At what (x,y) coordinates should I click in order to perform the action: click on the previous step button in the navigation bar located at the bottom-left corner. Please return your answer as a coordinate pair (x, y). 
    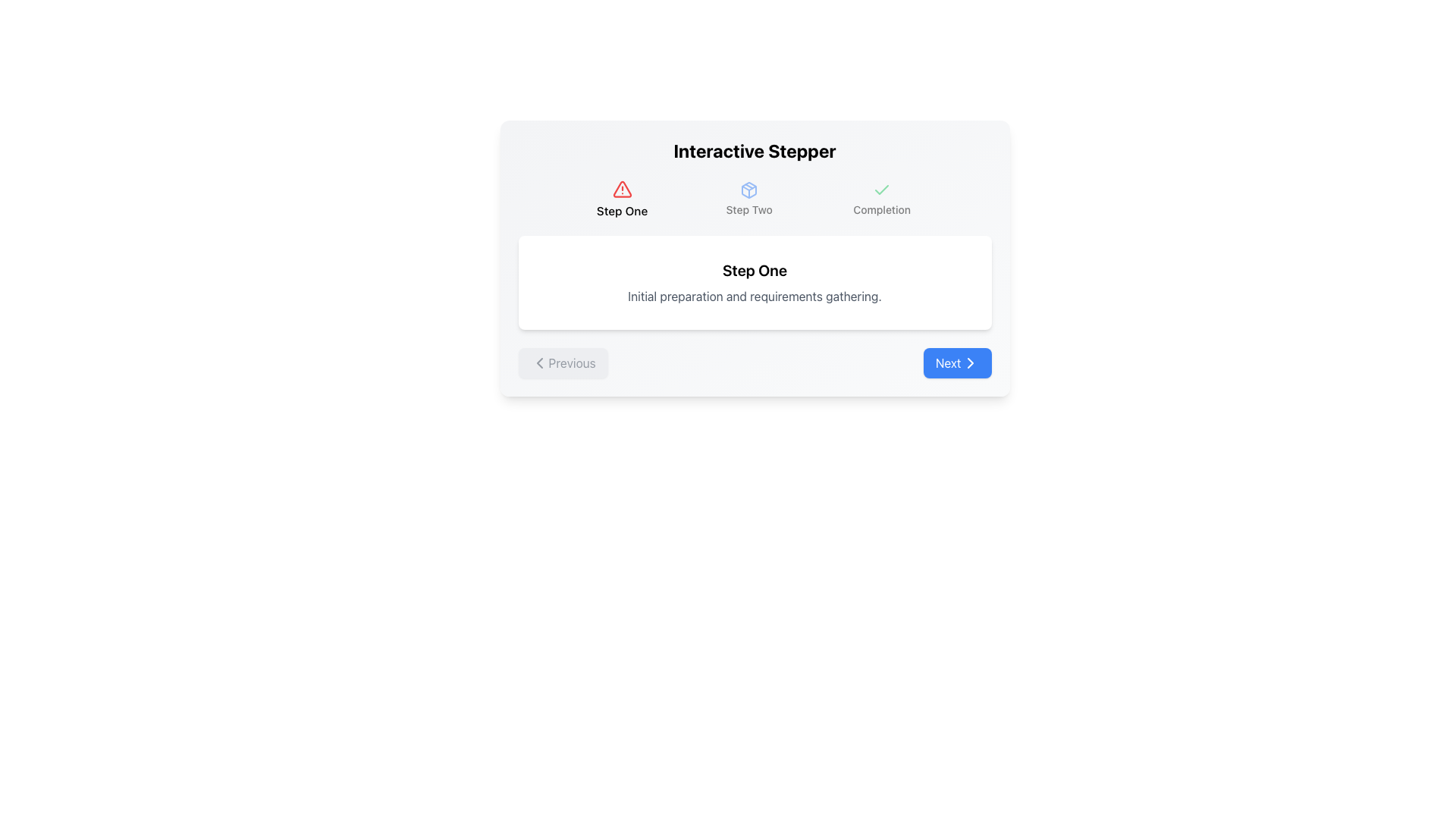
    Looking at the image, I should click on (562, 362).